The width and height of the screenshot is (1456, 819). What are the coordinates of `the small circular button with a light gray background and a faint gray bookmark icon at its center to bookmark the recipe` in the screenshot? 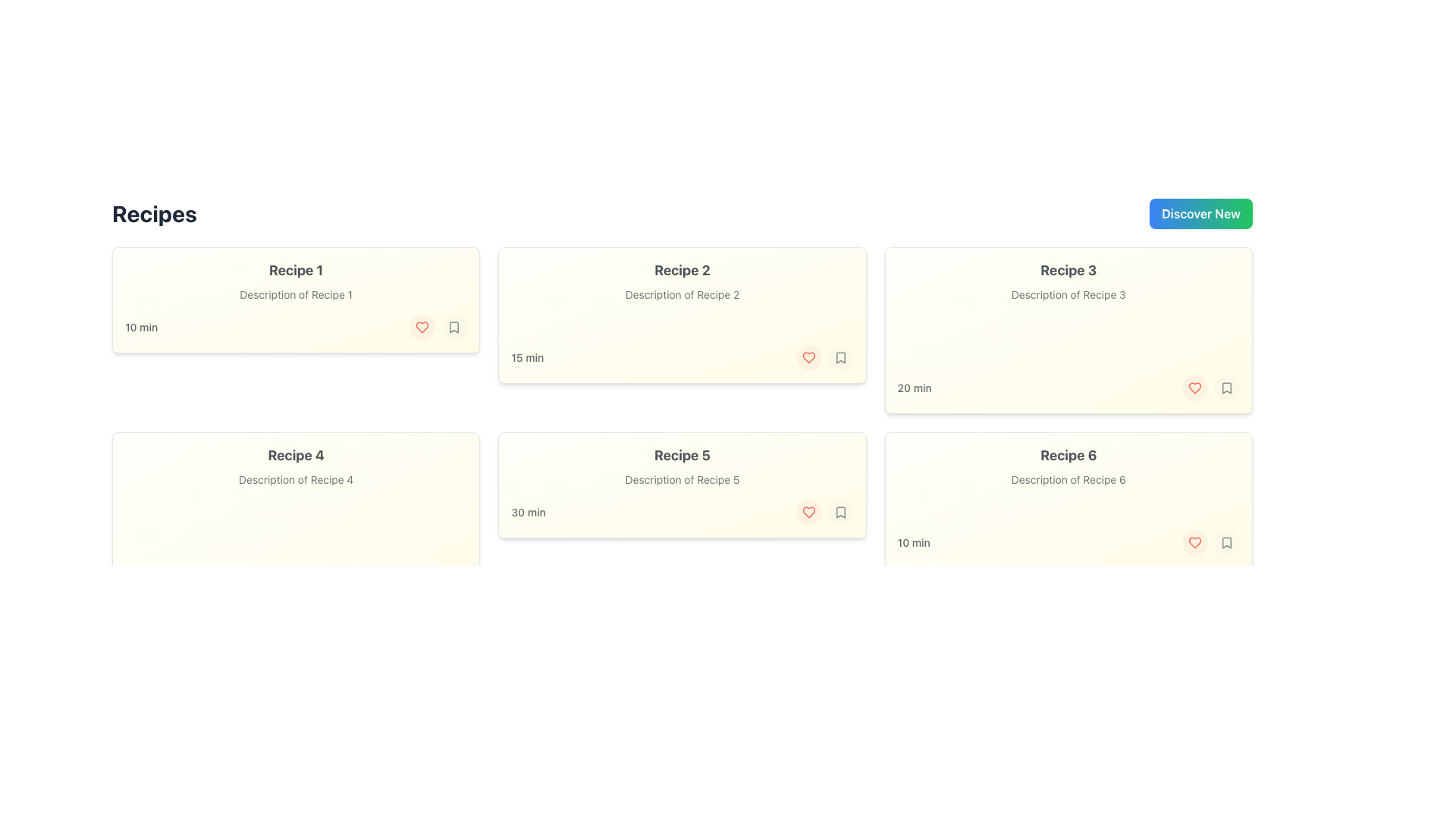 It's located at (453, 327).